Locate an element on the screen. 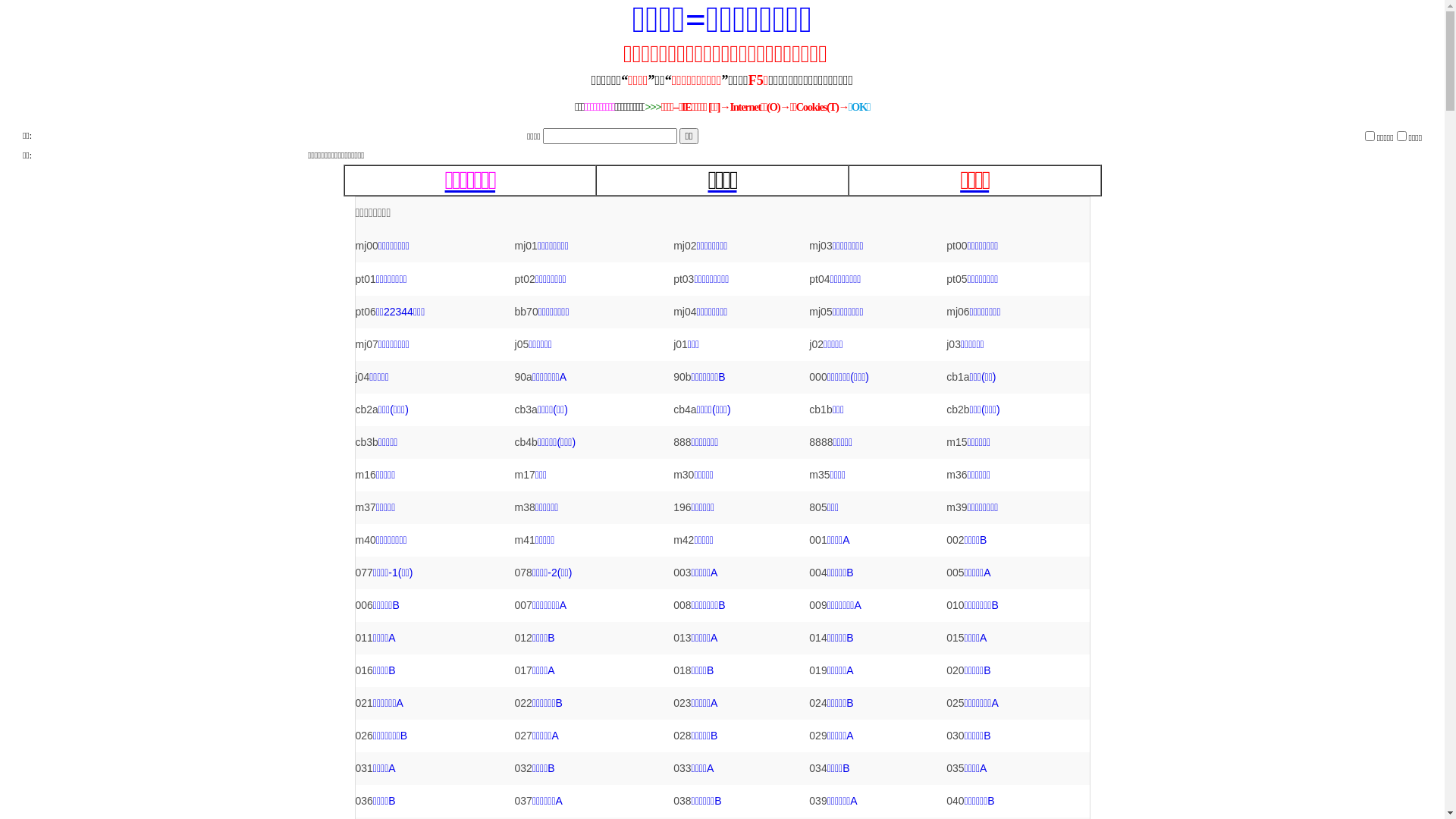  '019' is located at coordinates (817, 669).